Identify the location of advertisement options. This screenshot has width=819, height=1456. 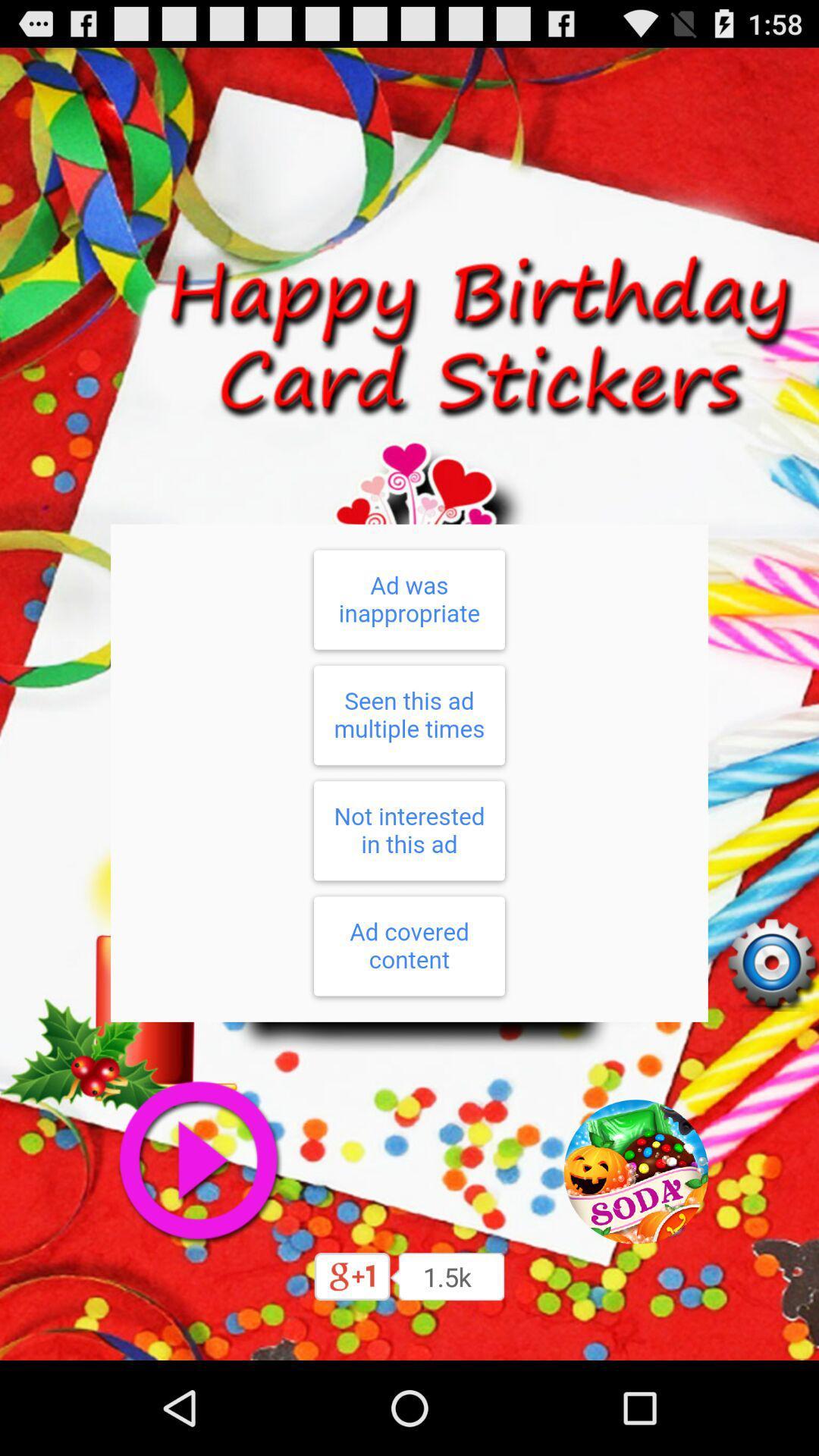
(409, 773).